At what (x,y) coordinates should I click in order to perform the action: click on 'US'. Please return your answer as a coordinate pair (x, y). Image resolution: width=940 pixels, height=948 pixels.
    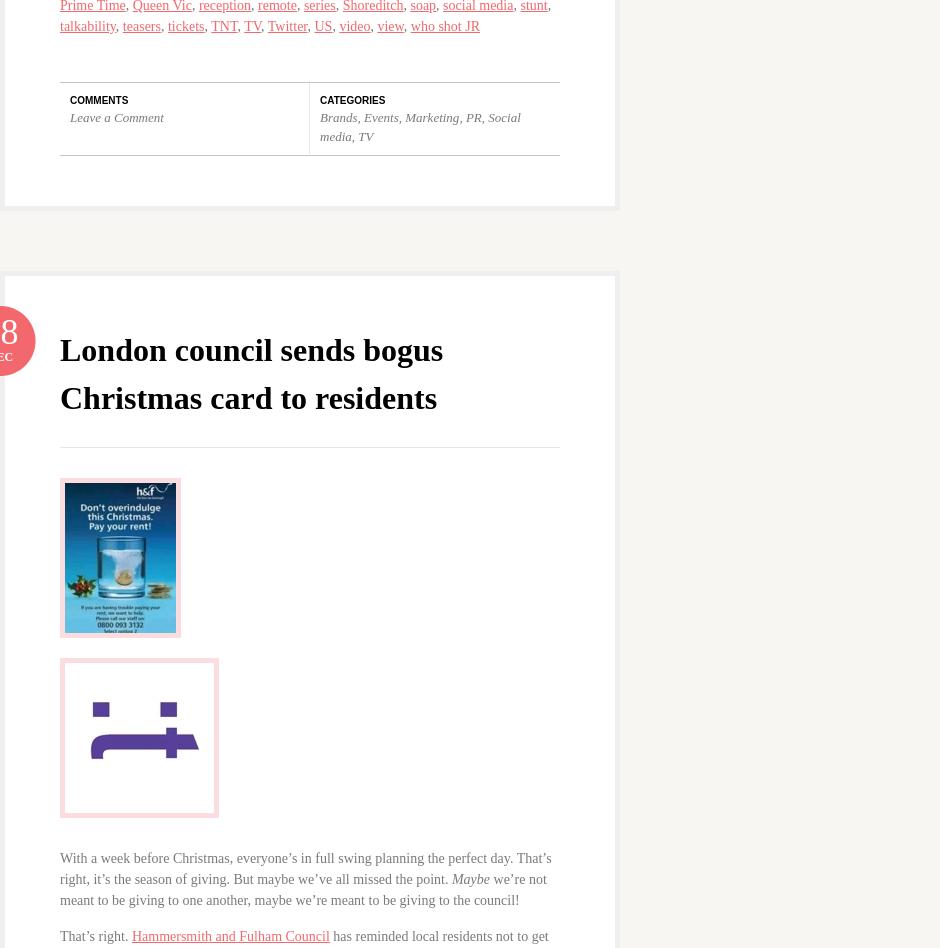
    Looking at the image, I should click on (322, 25).